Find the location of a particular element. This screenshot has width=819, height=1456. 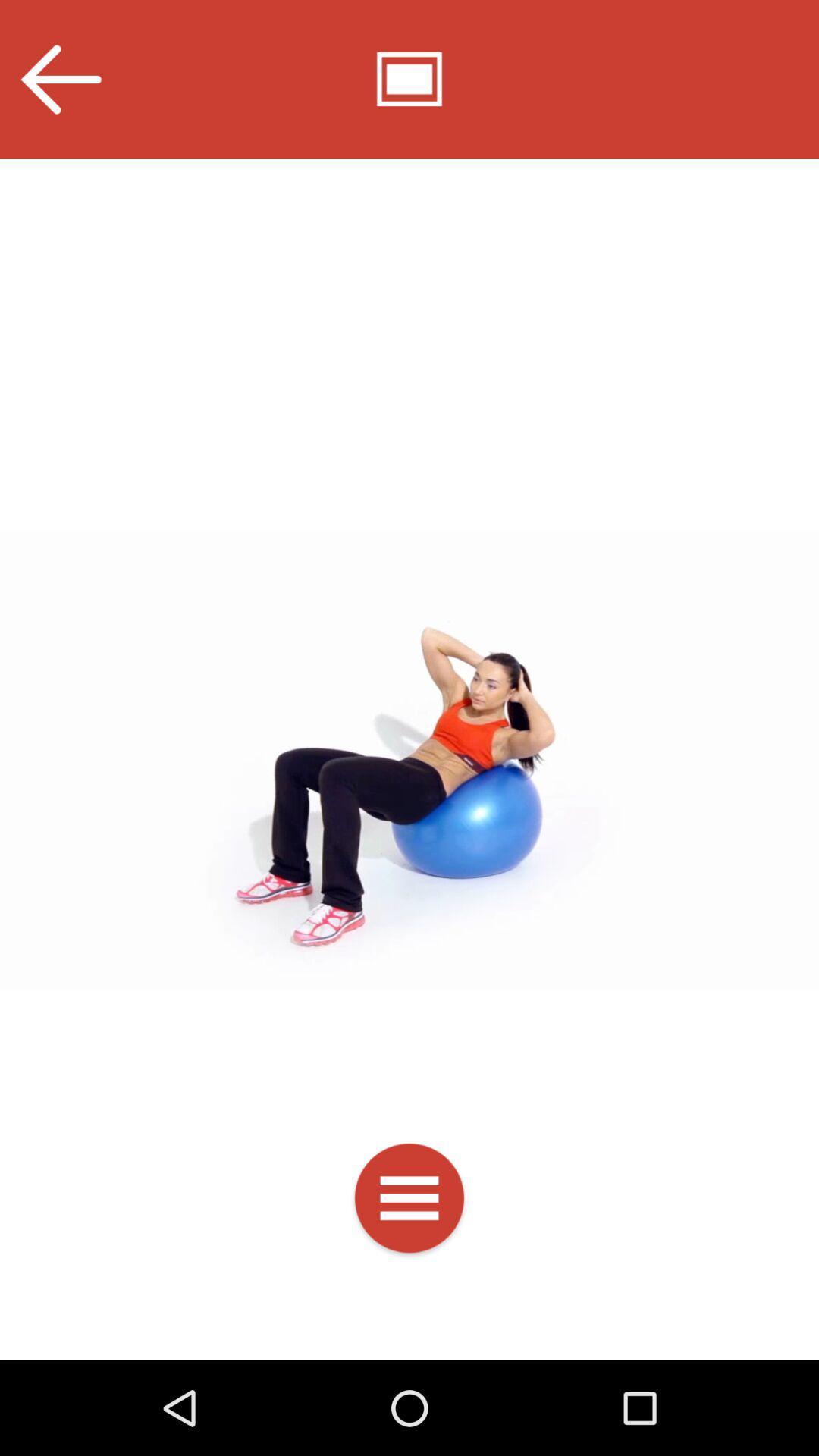

open the menu bar is located at coordinates (409, 1200).